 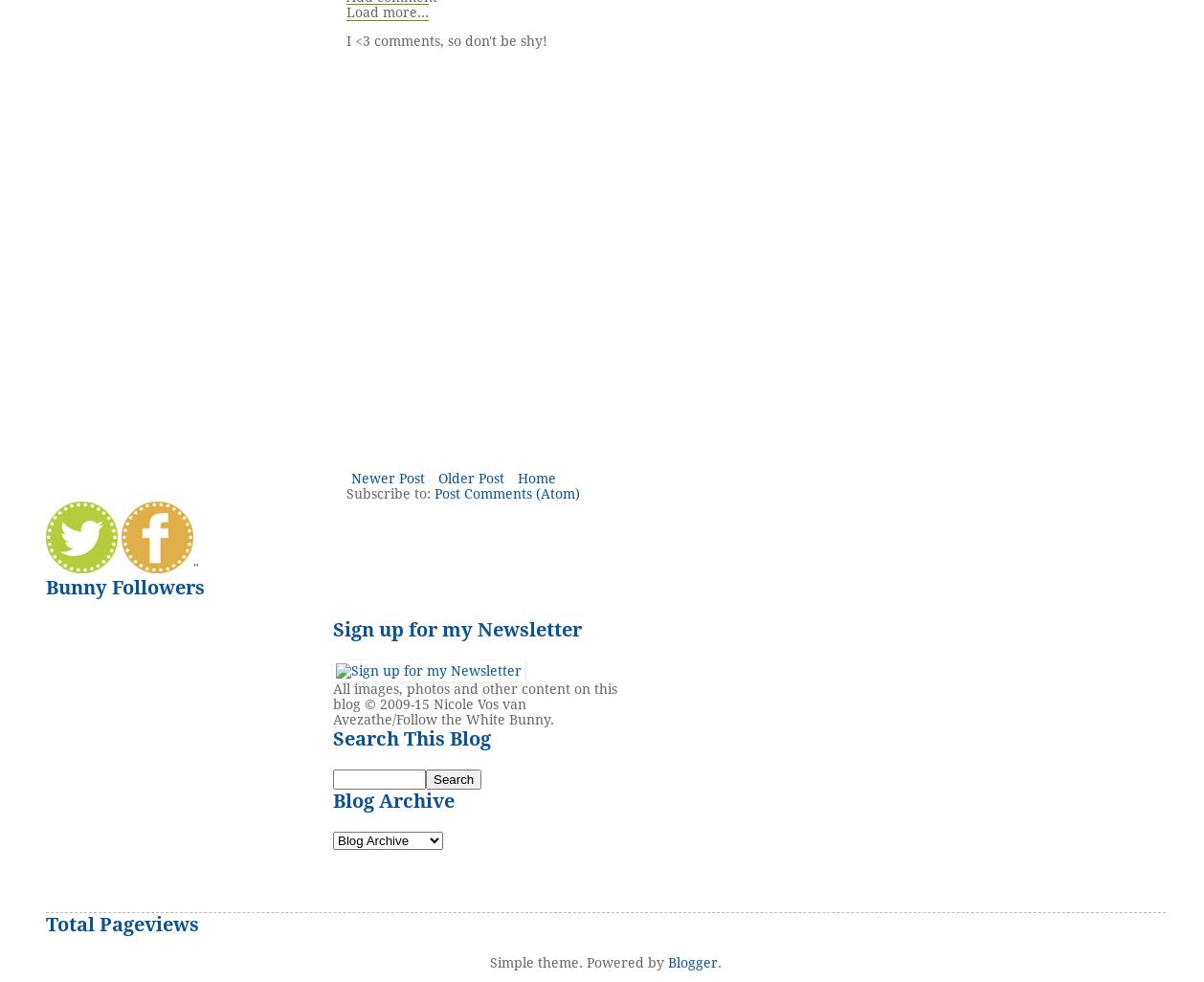 I want to click on 'Blogger', so click(x=692, y=961).